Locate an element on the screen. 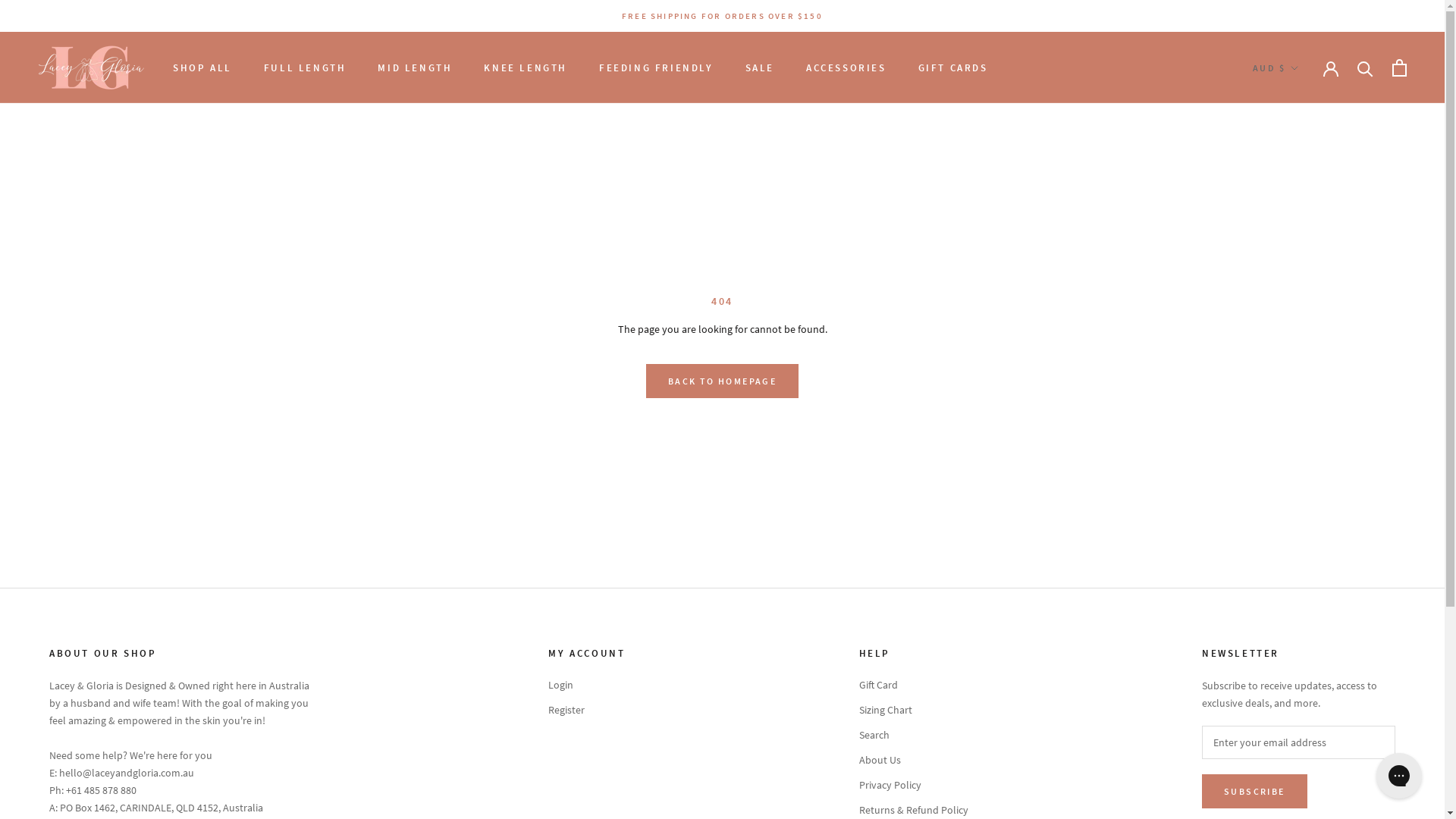 The image size is (1456, 819). 'Search' is located at coordinates (912, 734).